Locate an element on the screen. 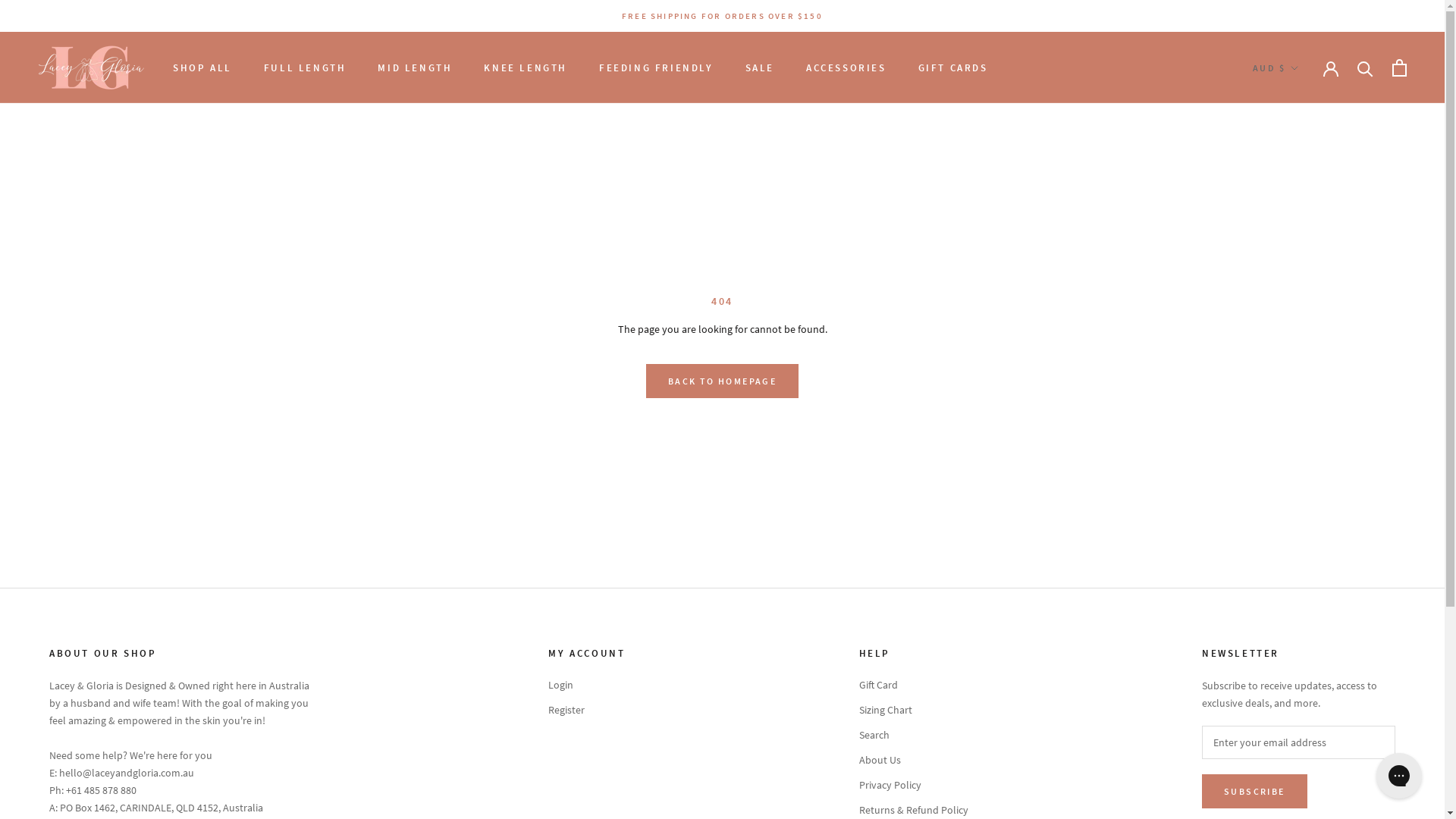 The image size is (1456, 819). 'Search' is located at coordinates (912, 734).